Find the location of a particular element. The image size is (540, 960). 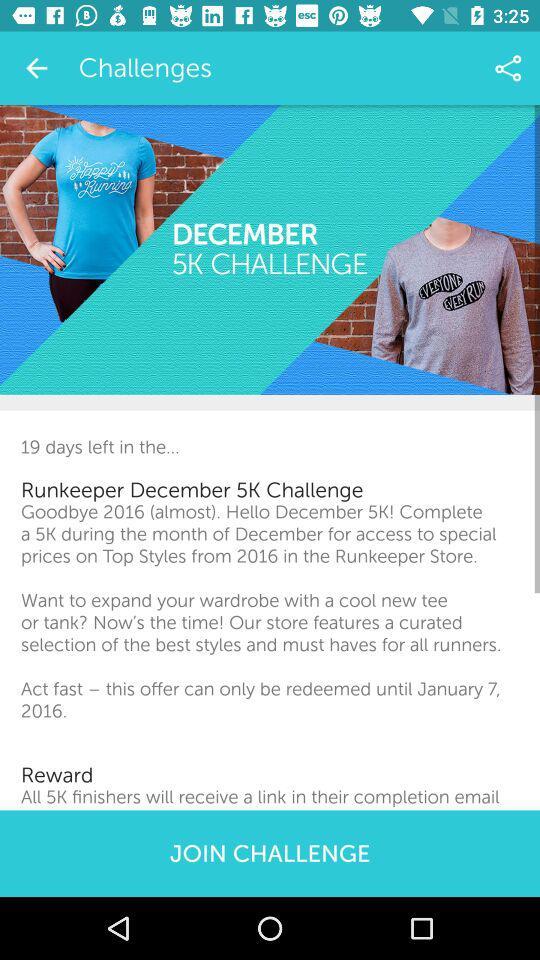

item below all 5k finishers item is located at coordinates (270, 852).